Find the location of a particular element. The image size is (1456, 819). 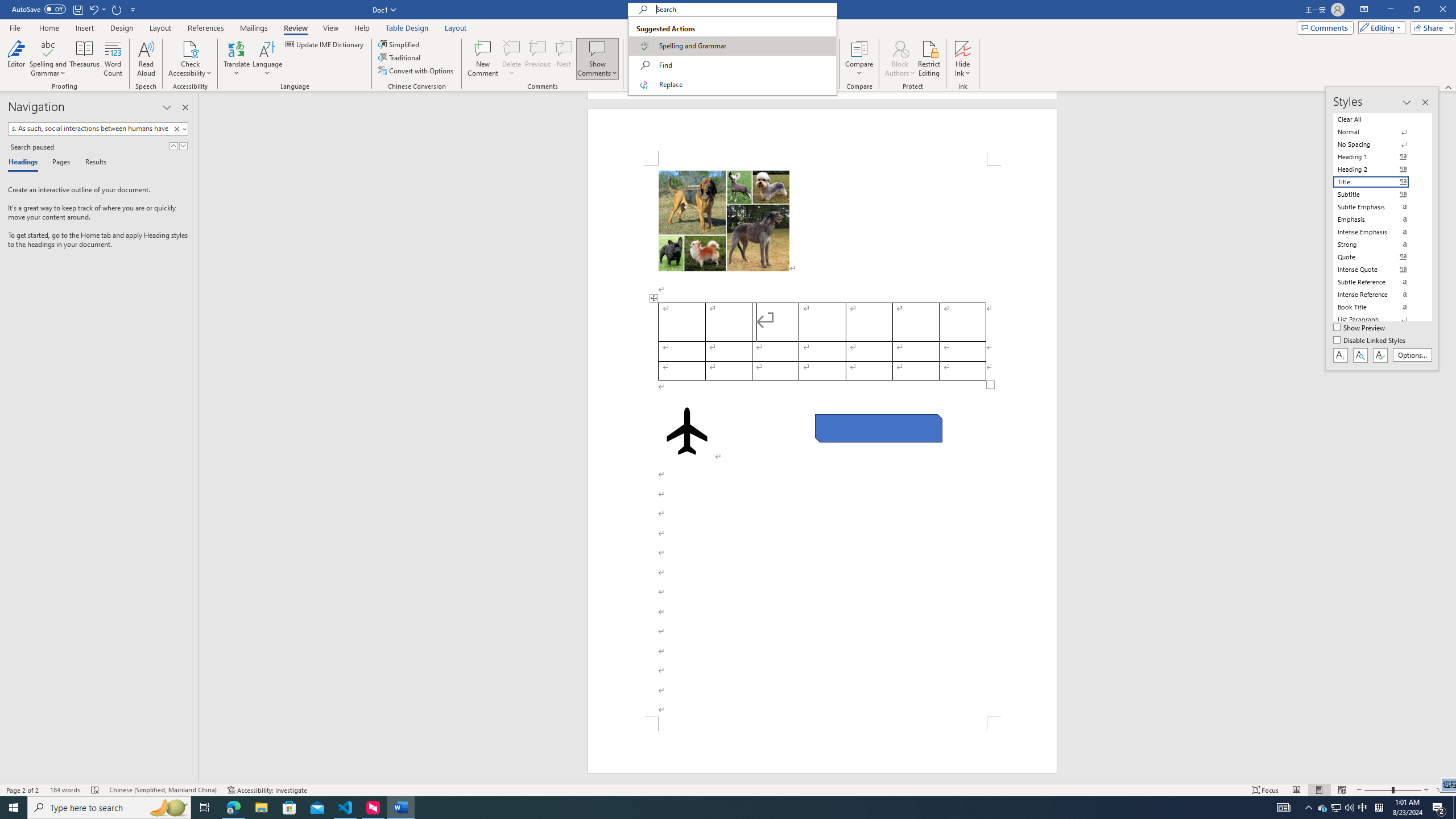

'Next Result' is located at coordinates (183, 146).